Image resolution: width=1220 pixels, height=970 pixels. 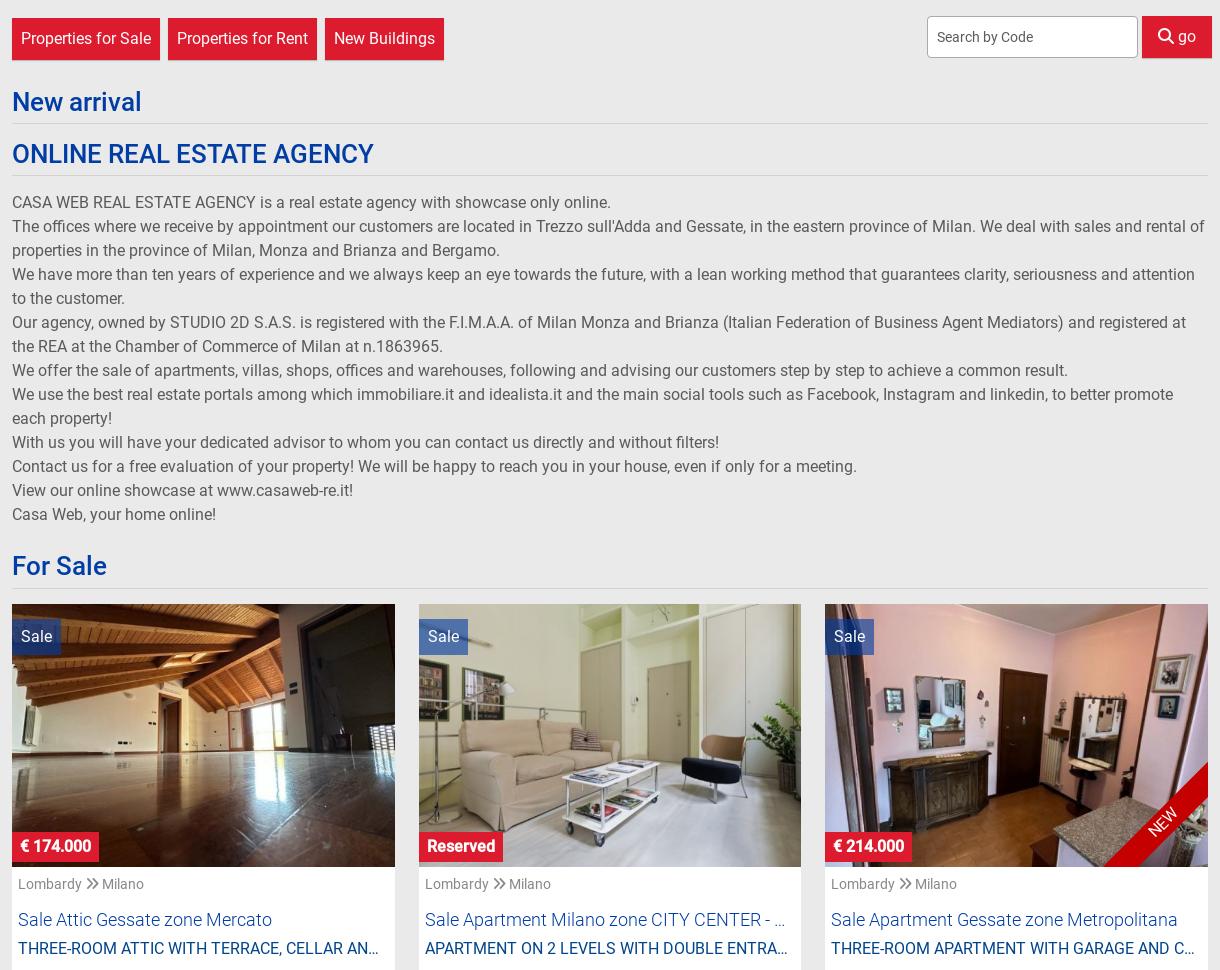 What do you see at coordinates (173, 91) in the screenshot?
I see `'Sale Rustic Gessate  zone Centro Storico'` at bounding box center [173, 91].